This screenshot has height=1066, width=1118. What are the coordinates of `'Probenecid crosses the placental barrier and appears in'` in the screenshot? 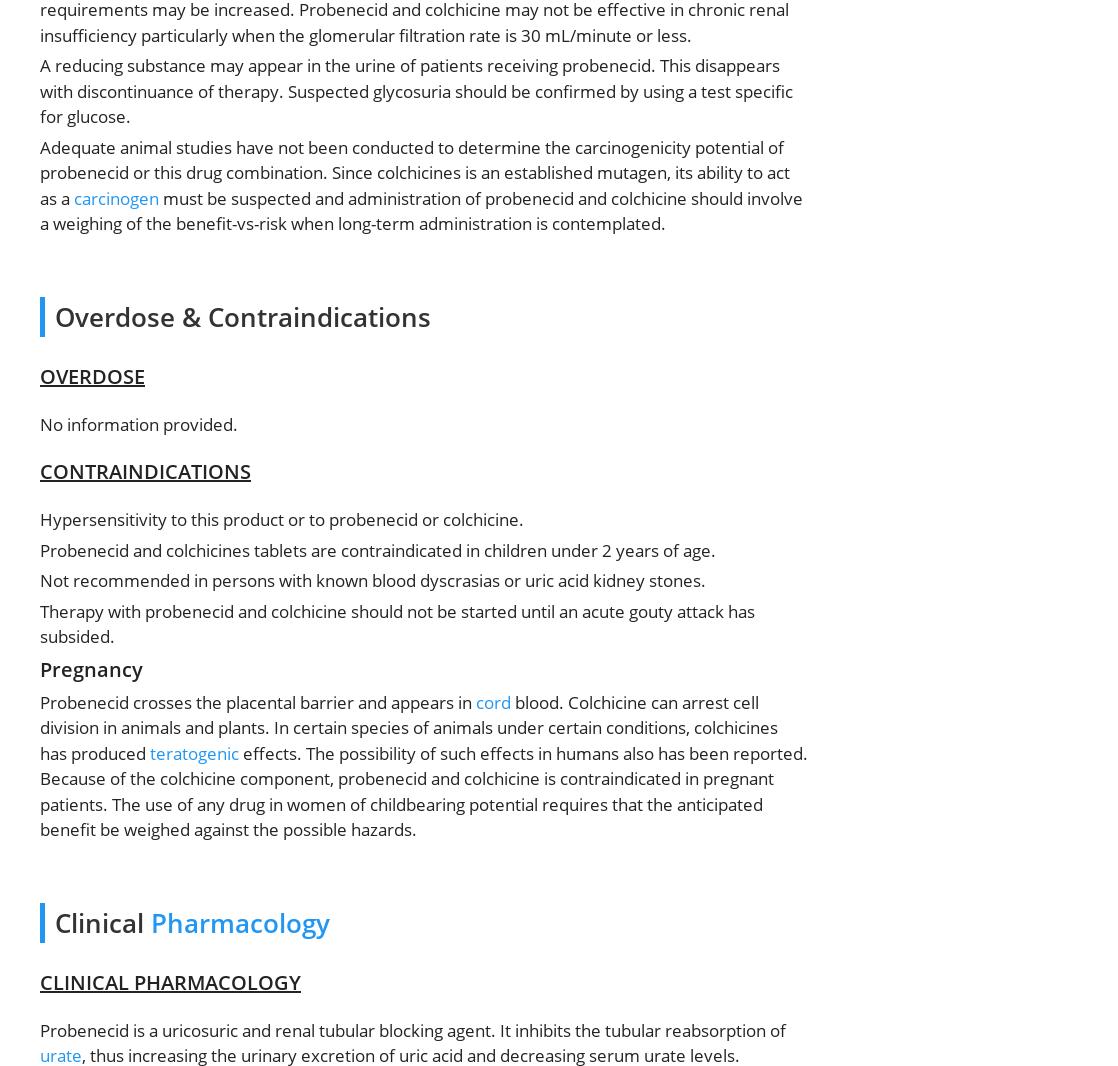 It's located at (258, 700).